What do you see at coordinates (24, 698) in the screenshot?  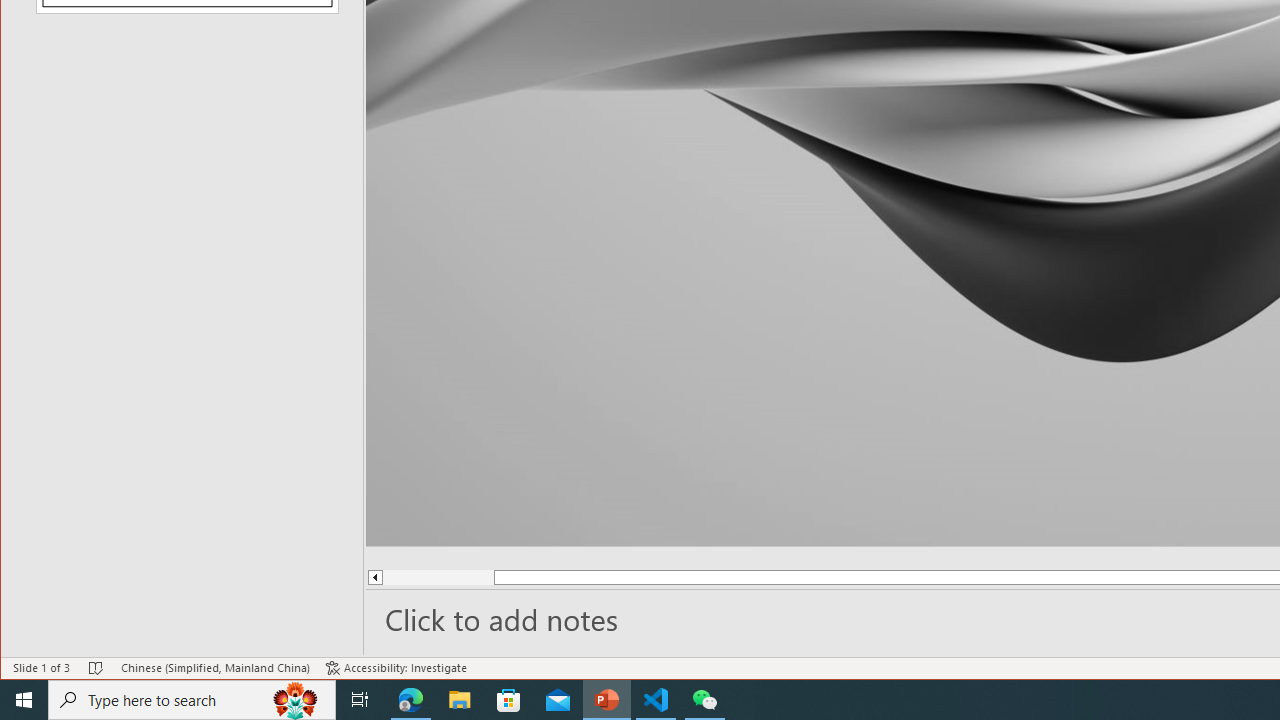 I see `'Start'` at bounding box center [24, 698].